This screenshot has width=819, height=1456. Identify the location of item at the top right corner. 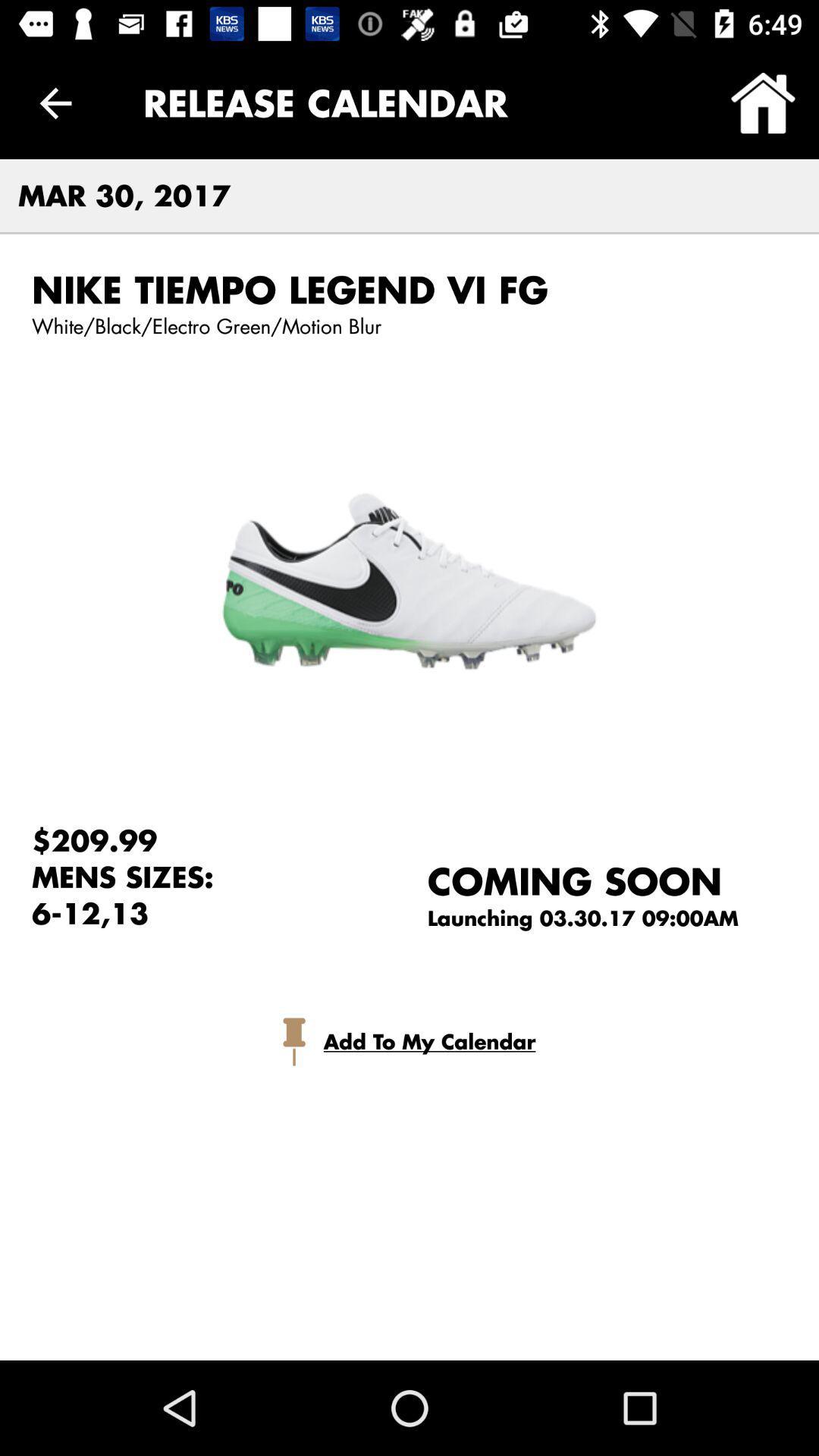
(763, 102).